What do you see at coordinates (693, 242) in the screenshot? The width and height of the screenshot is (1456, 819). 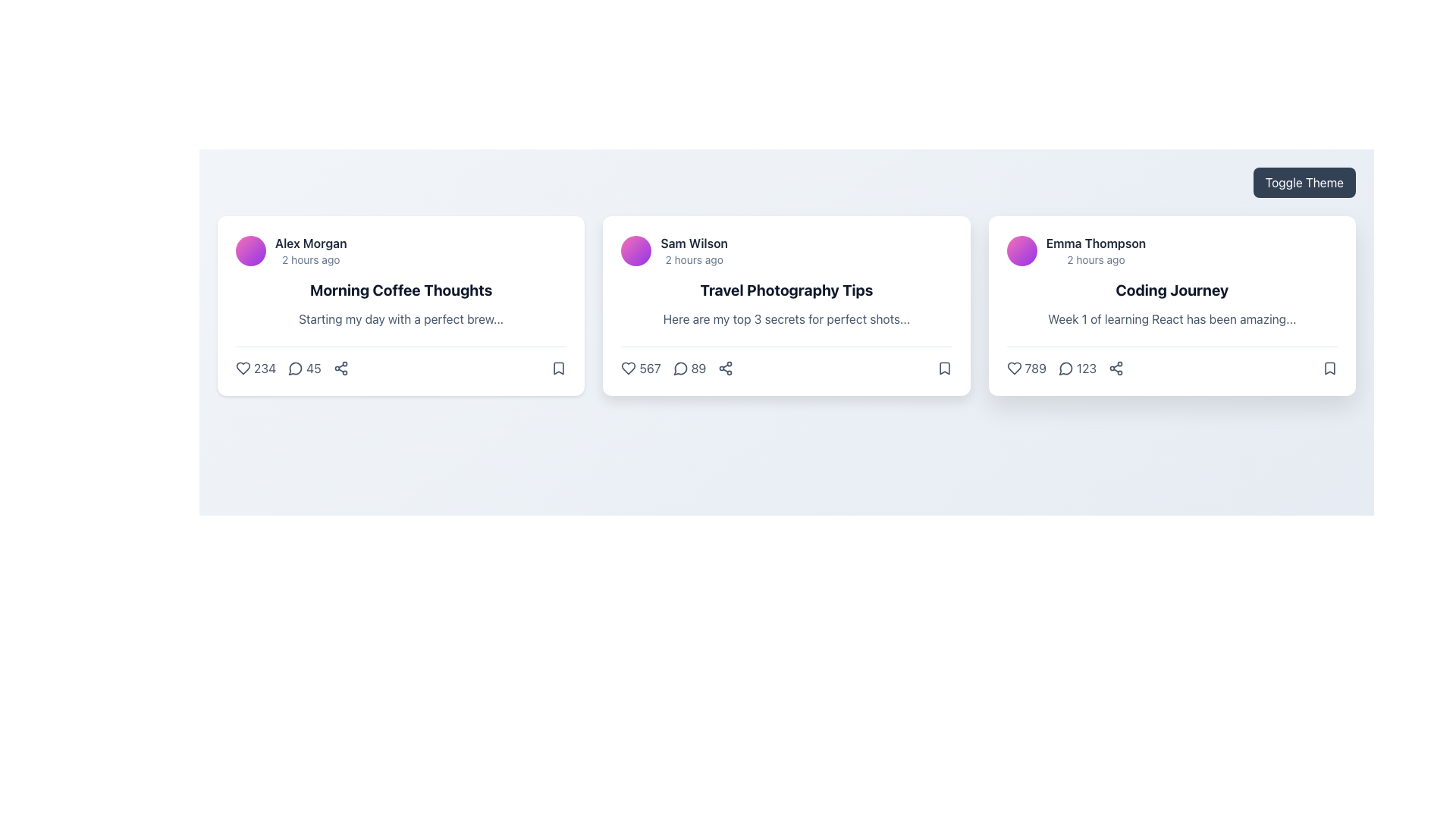 I see `the text label displaying 'Sam Wilson' in bold styling, located in the second card of three horizontally aligned cards, positioned near the top-left corner next to a circular avatar icon` at bounding box center [693, 242].